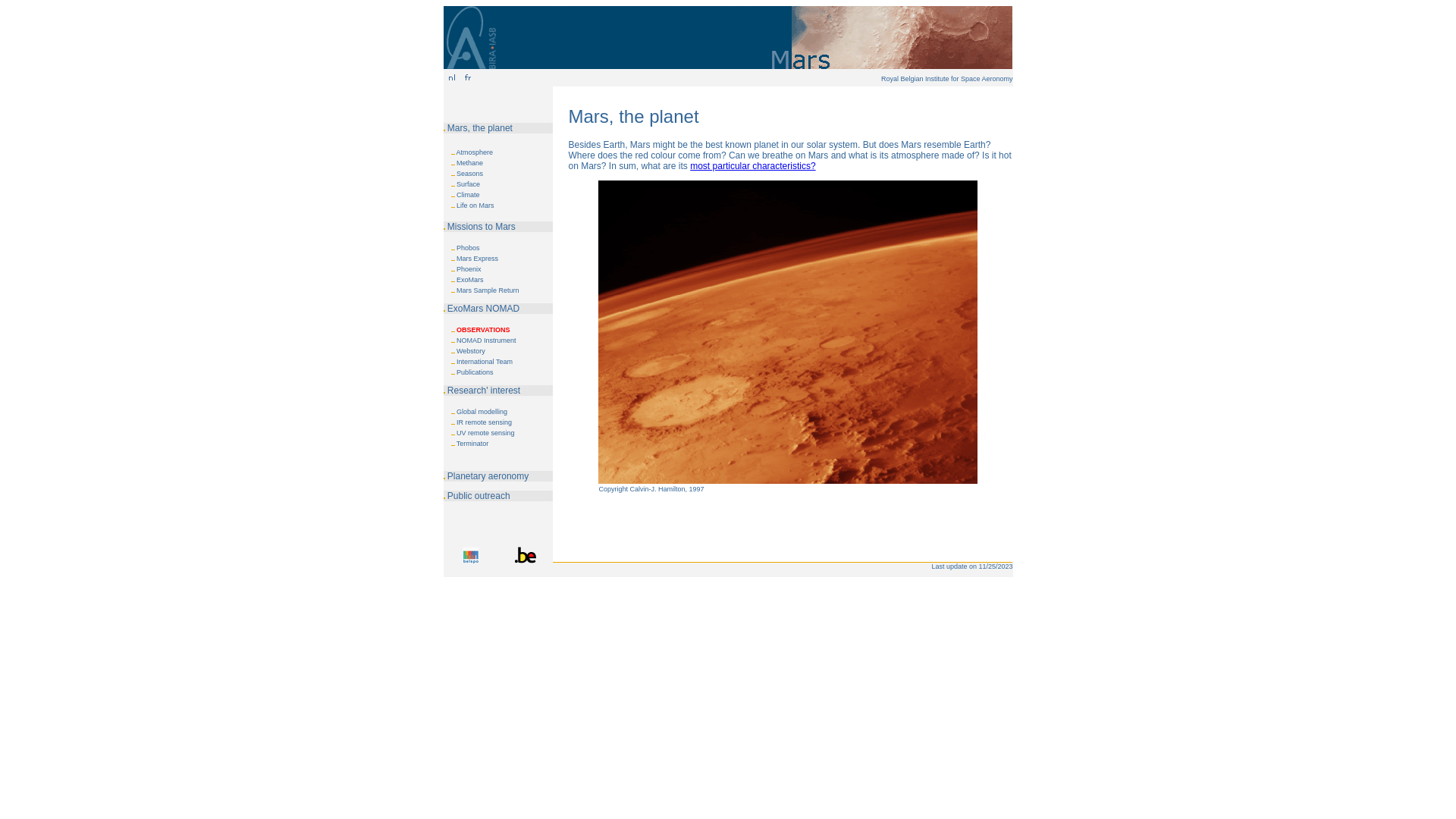 The image size is (1456, 819). What do you see at coordinates (483, 362) in the screenshot?
I see `'International Team'` at bounding box center [483, 362].